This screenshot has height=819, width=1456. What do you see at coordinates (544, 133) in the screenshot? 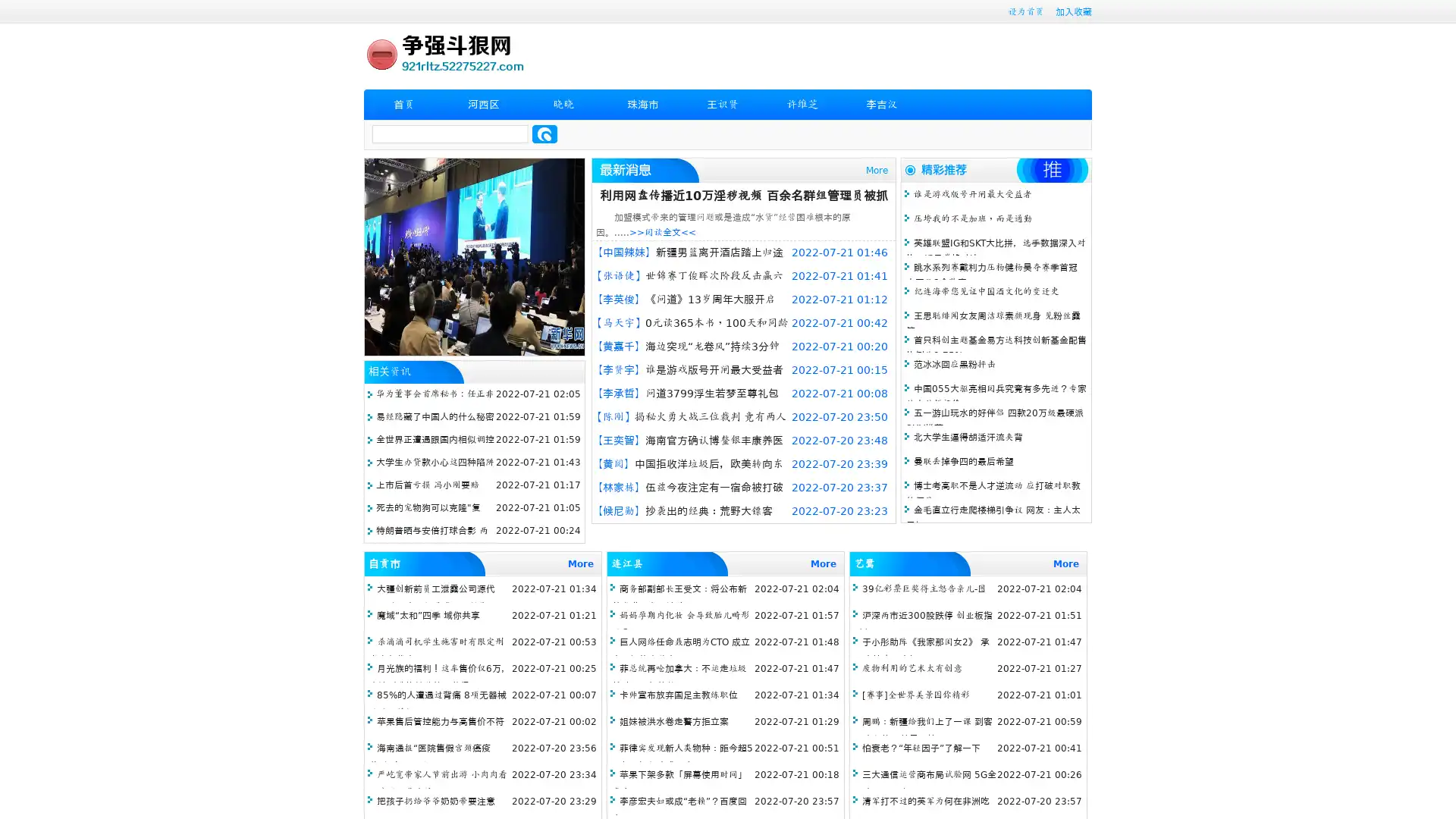
I see `Search` at bounding box center [544, 133].